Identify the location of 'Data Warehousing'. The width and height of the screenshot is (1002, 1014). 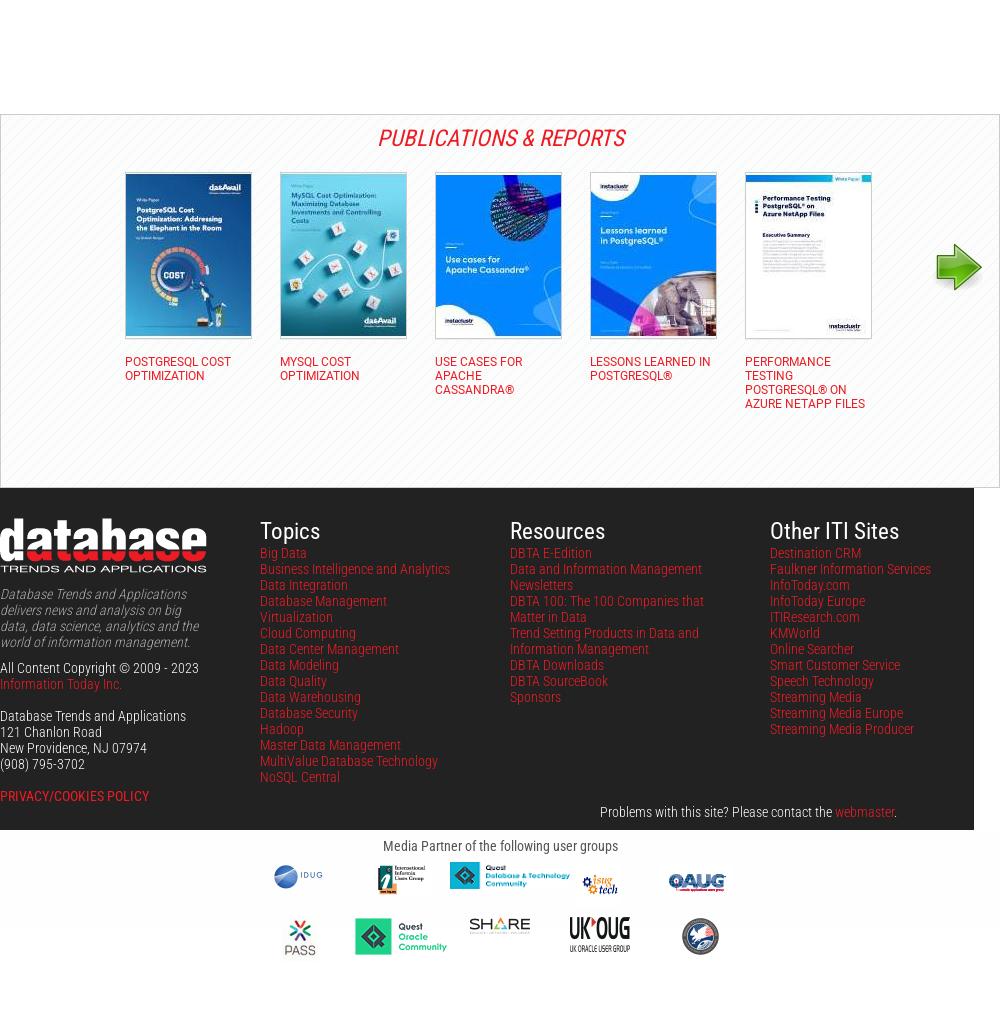
(309, 696).